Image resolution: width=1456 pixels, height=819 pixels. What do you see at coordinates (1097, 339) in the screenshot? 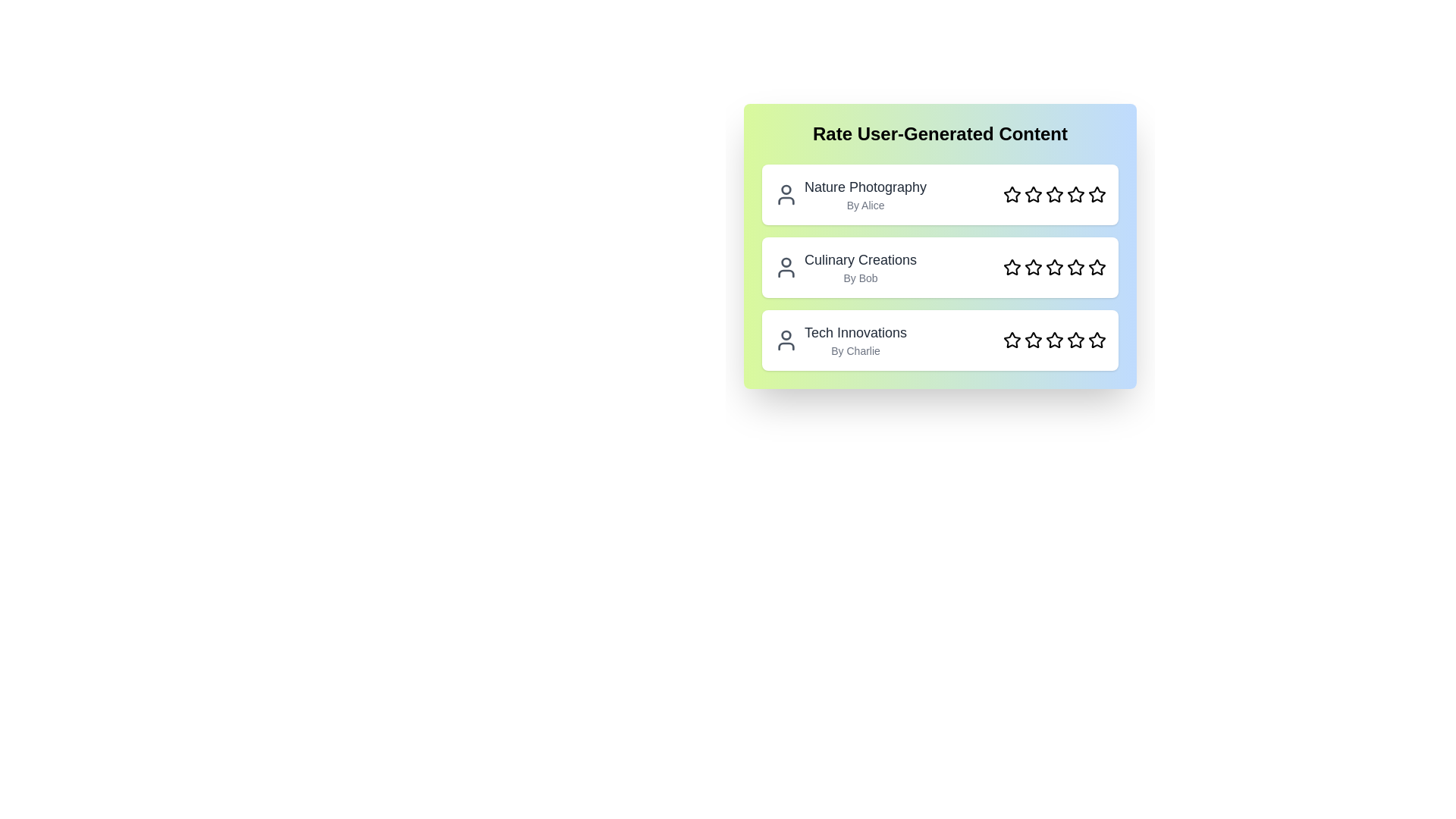
I see `the star corresponding to the rating 5 for the content Tech Innovations` at bounding box center [1097, 339].